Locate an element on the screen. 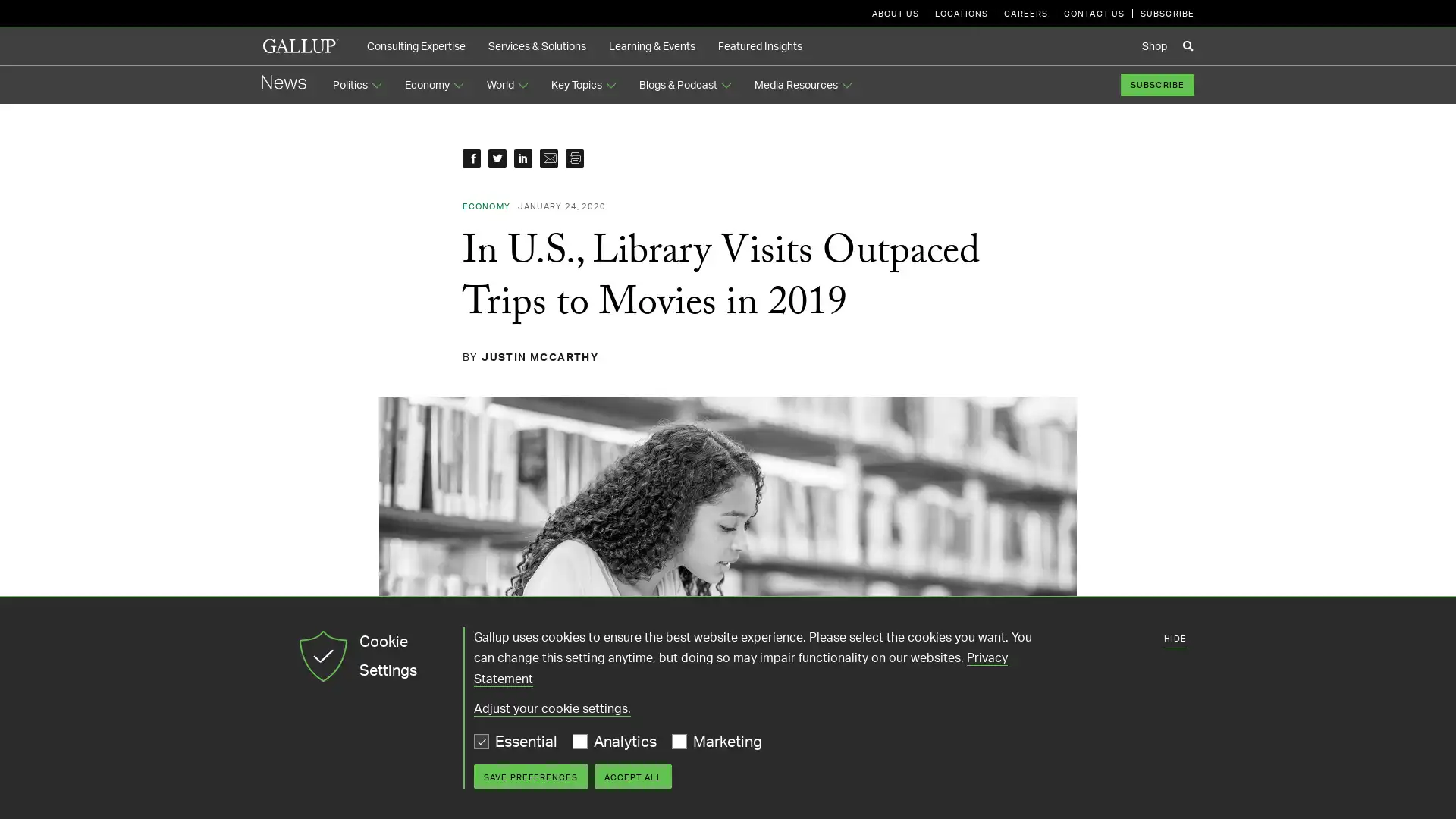  HIDE is located at coordinates (1174, 639).